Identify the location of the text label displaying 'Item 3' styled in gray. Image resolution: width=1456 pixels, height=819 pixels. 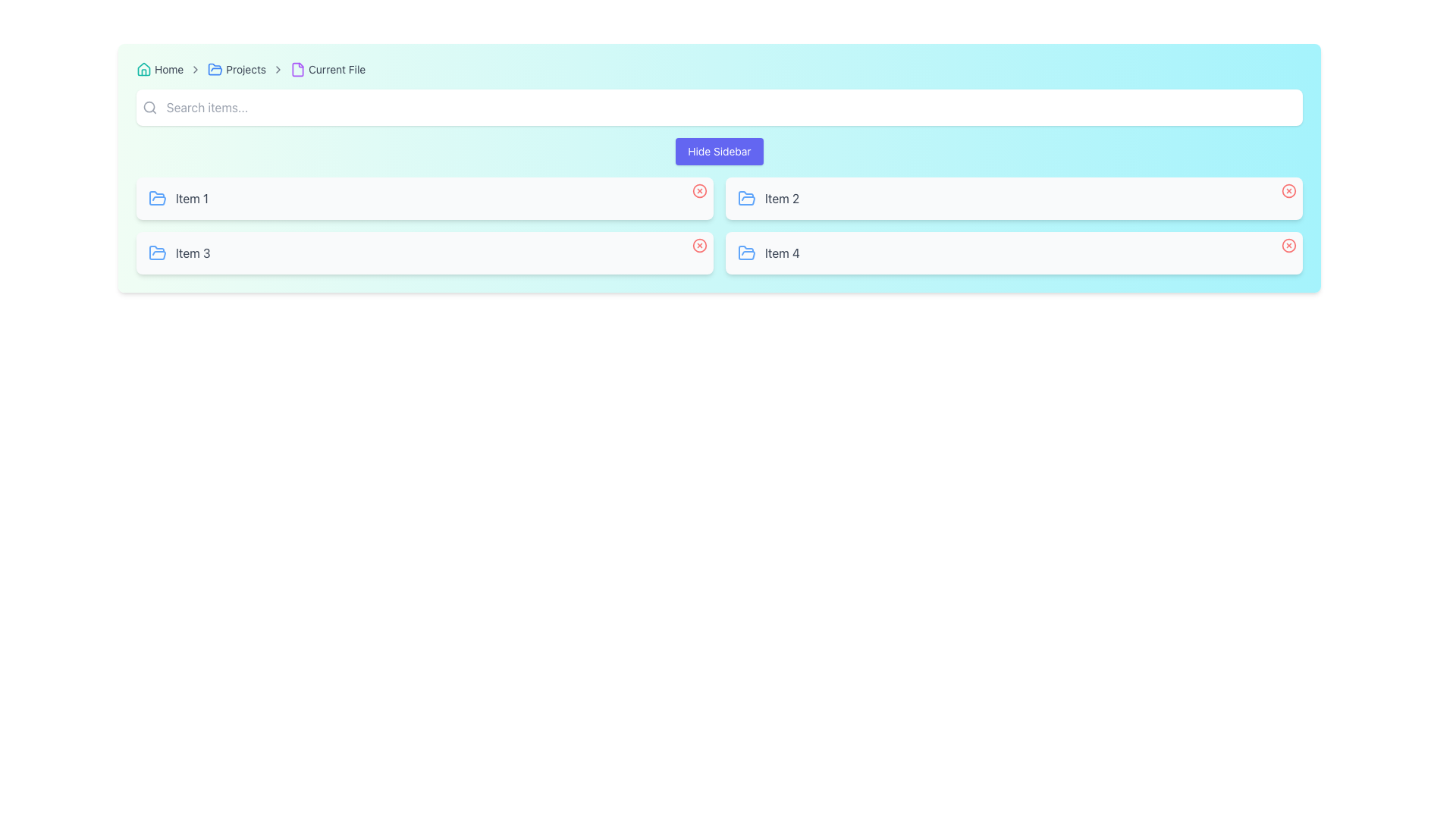
(192, 253).